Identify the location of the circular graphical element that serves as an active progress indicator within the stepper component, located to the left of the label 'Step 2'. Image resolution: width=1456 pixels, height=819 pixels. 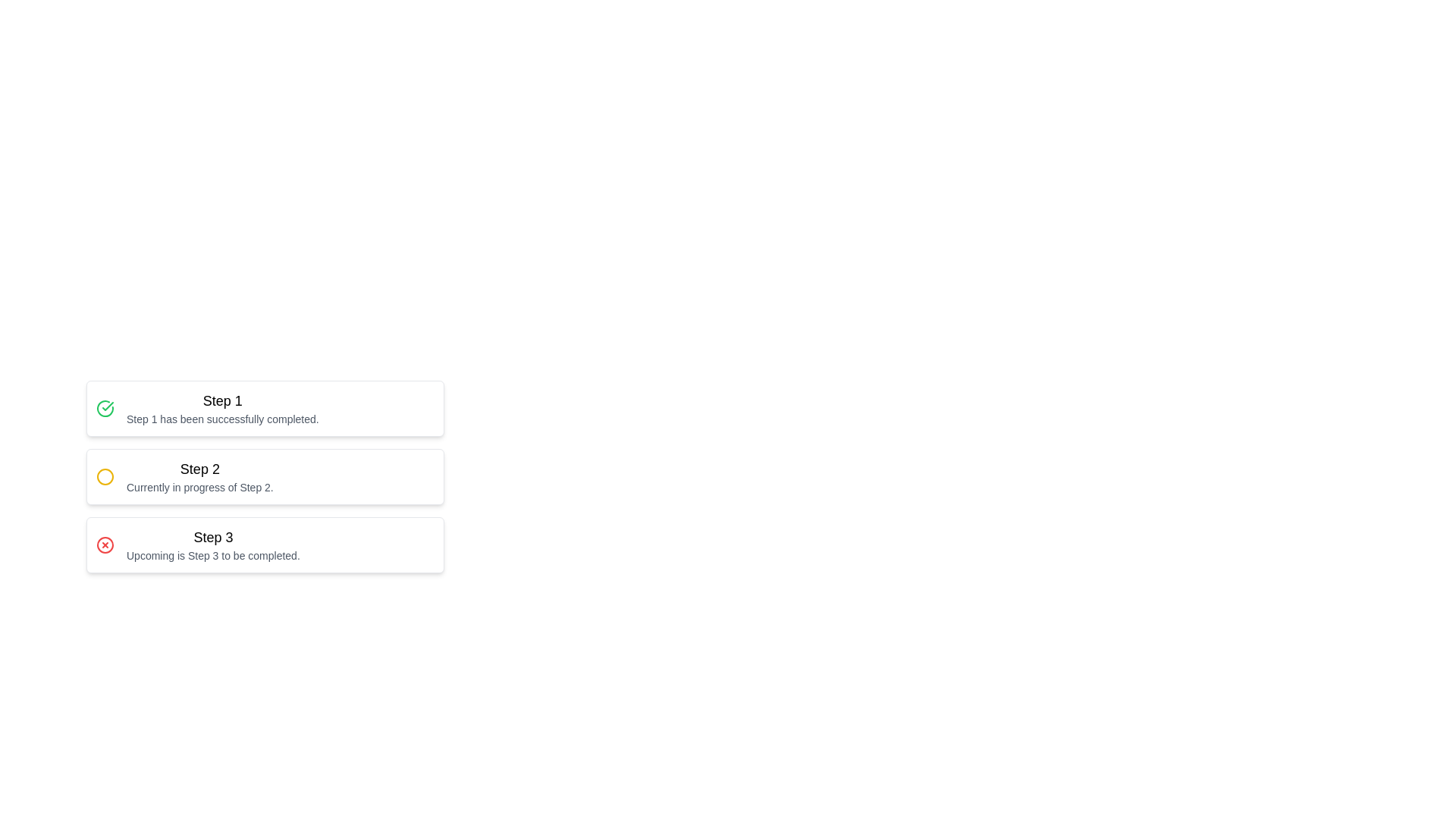
(105, 475).